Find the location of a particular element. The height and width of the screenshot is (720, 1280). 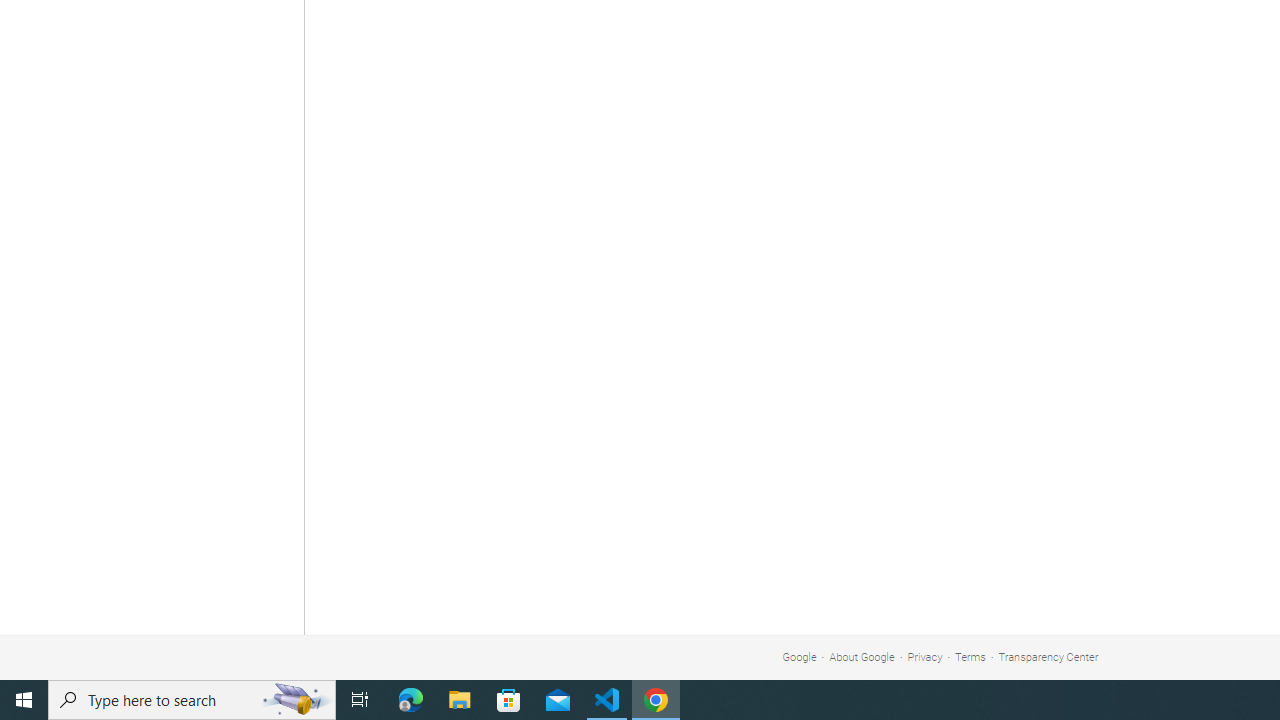

'Transparency Center' is located at coordinates (1047, 657).